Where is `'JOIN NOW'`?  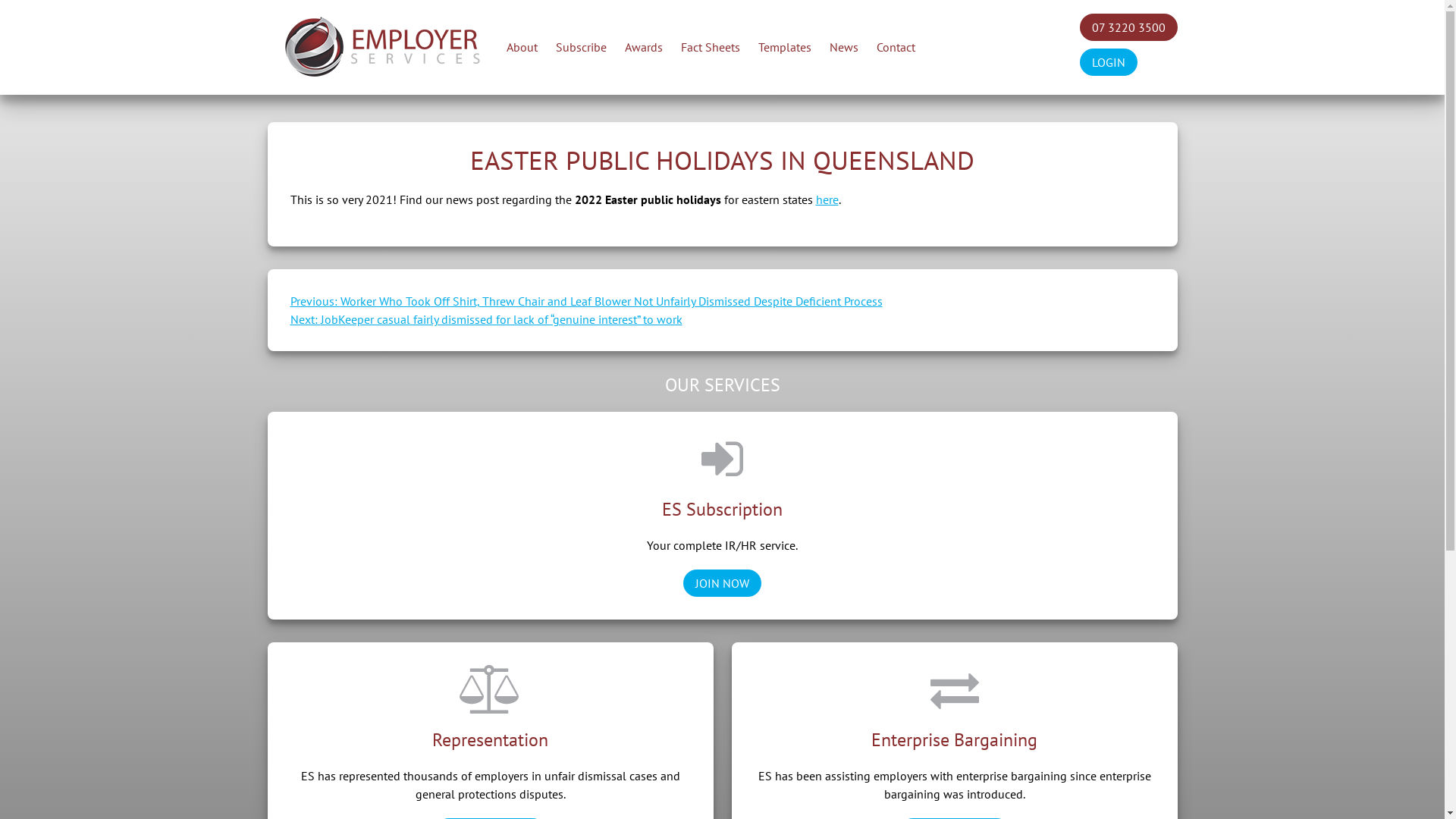
'JOIN NOW' is located at coordinates (721, 582).